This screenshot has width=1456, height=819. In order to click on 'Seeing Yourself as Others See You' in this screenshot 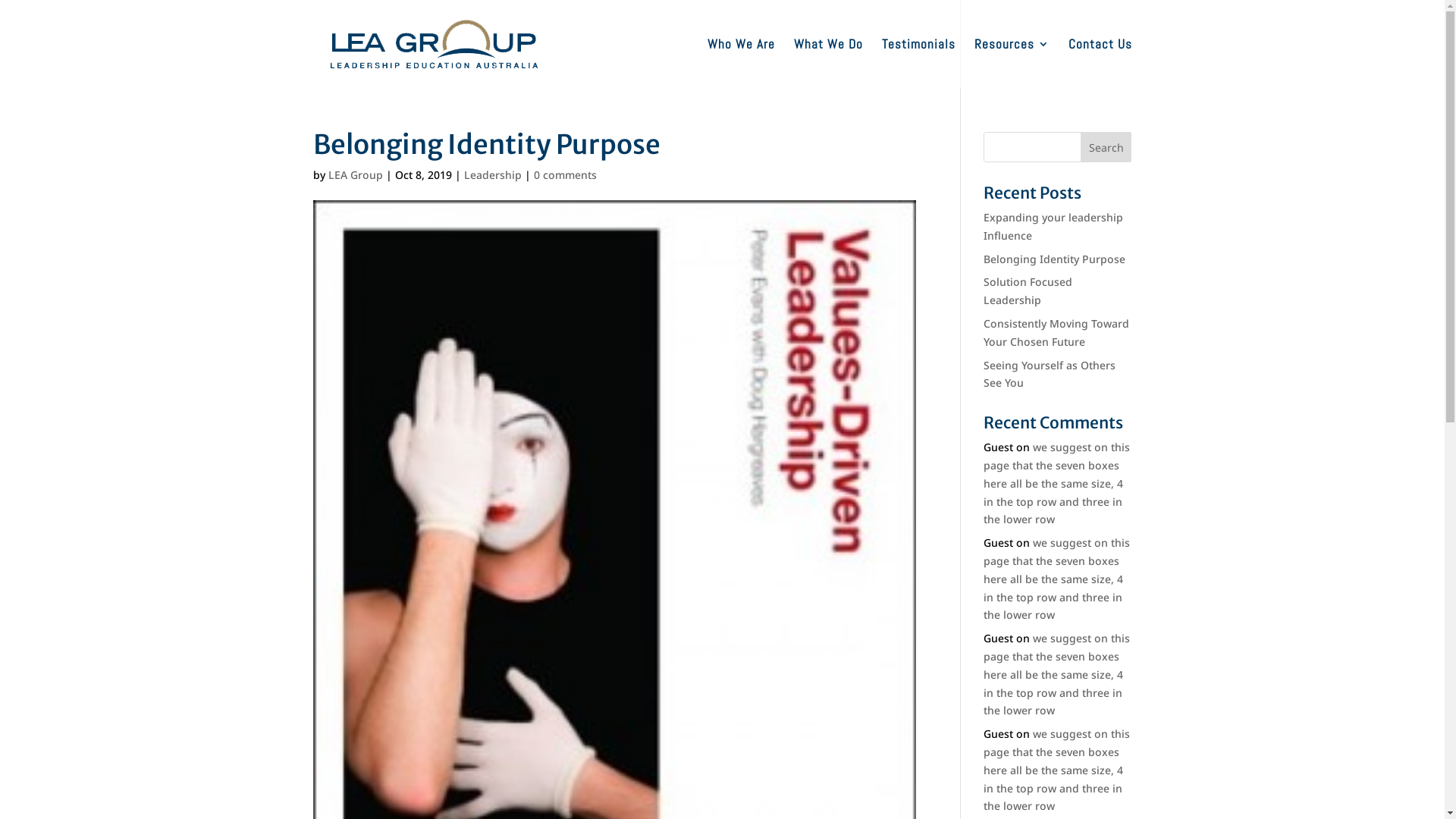, I will do `click(983, 374)`.